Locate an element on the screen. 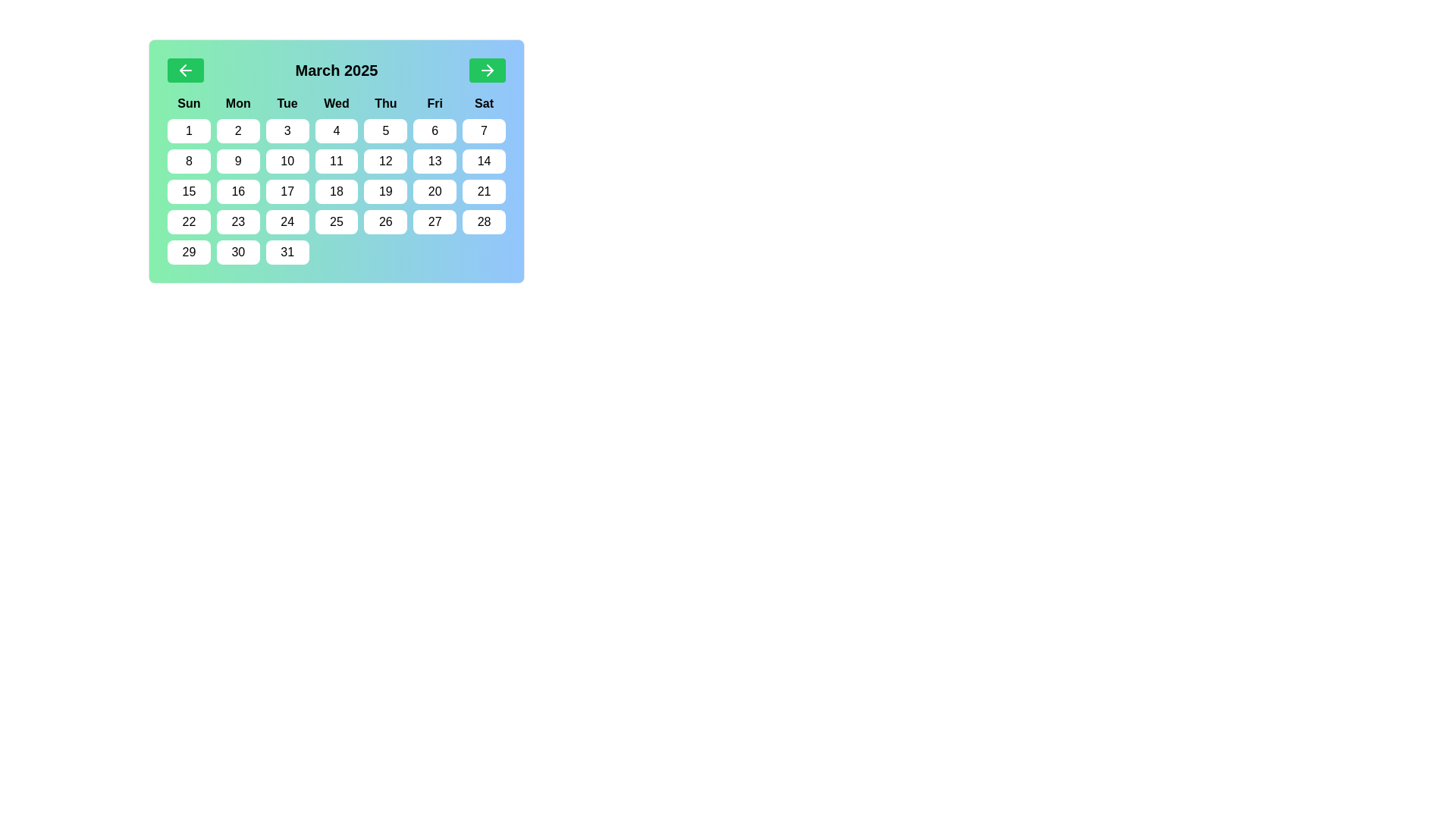  the calendar button representing the day '29' to edit the date is located at coordinates (188, 251).